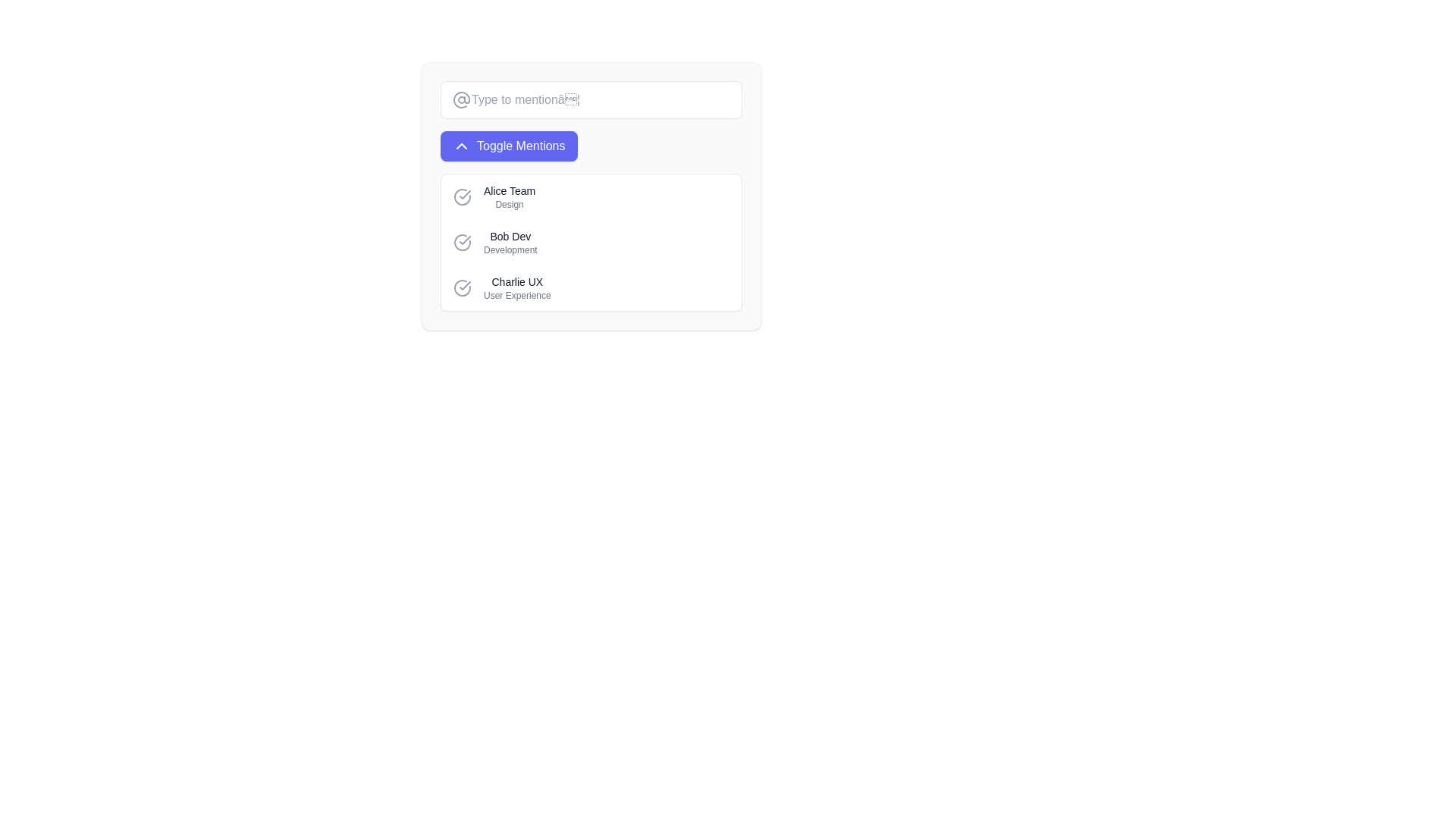 This screenshot has height=819, width=1456. Describe the element at coordinates (521, 146) in the screenshot. I see `the 'Toggle Mentions' text label, which is styled with white text on a blue background, located at the top of a dropdown interface` at that location.